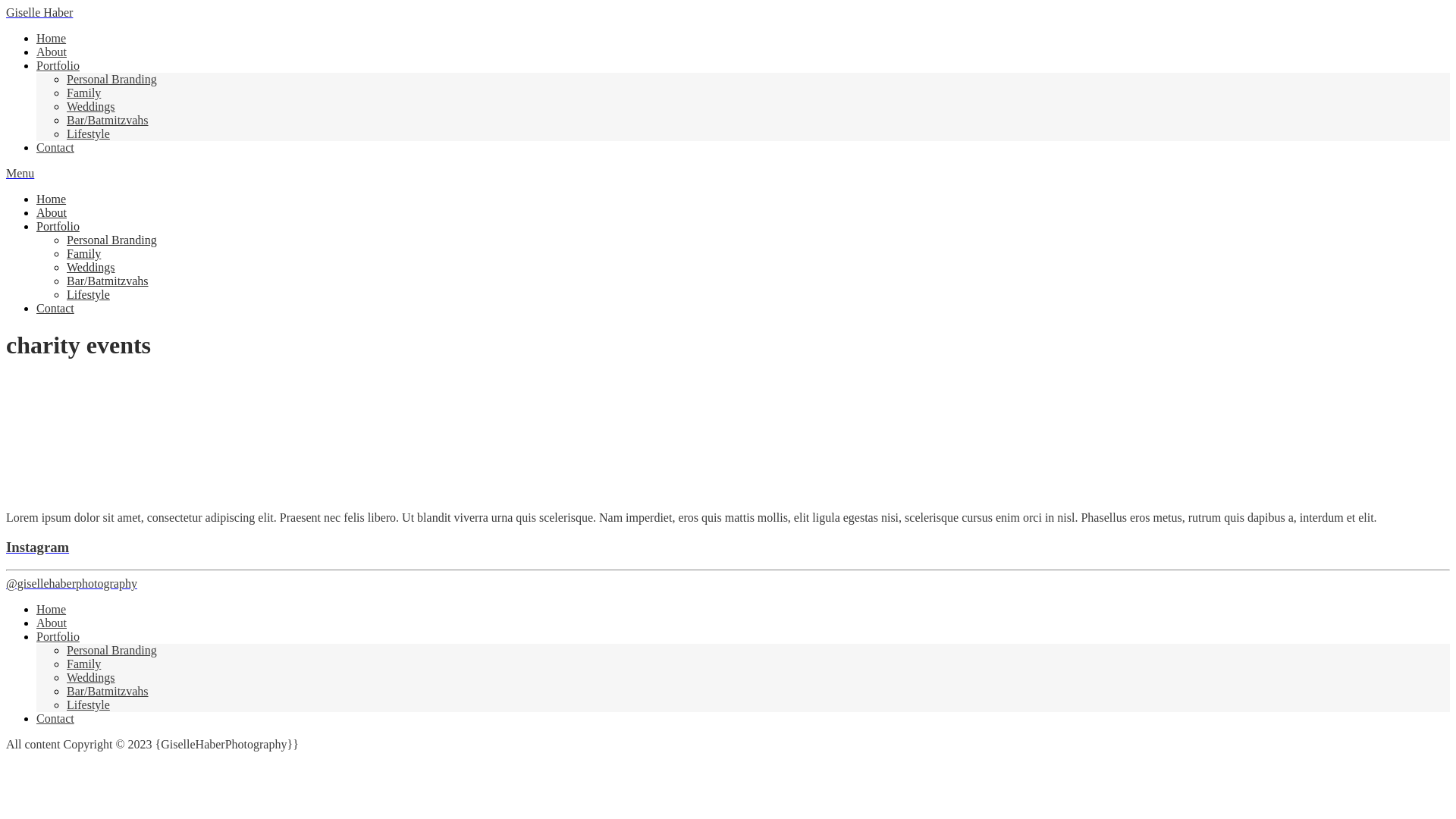  I want to click on 'Instagram, so click(6, 565).